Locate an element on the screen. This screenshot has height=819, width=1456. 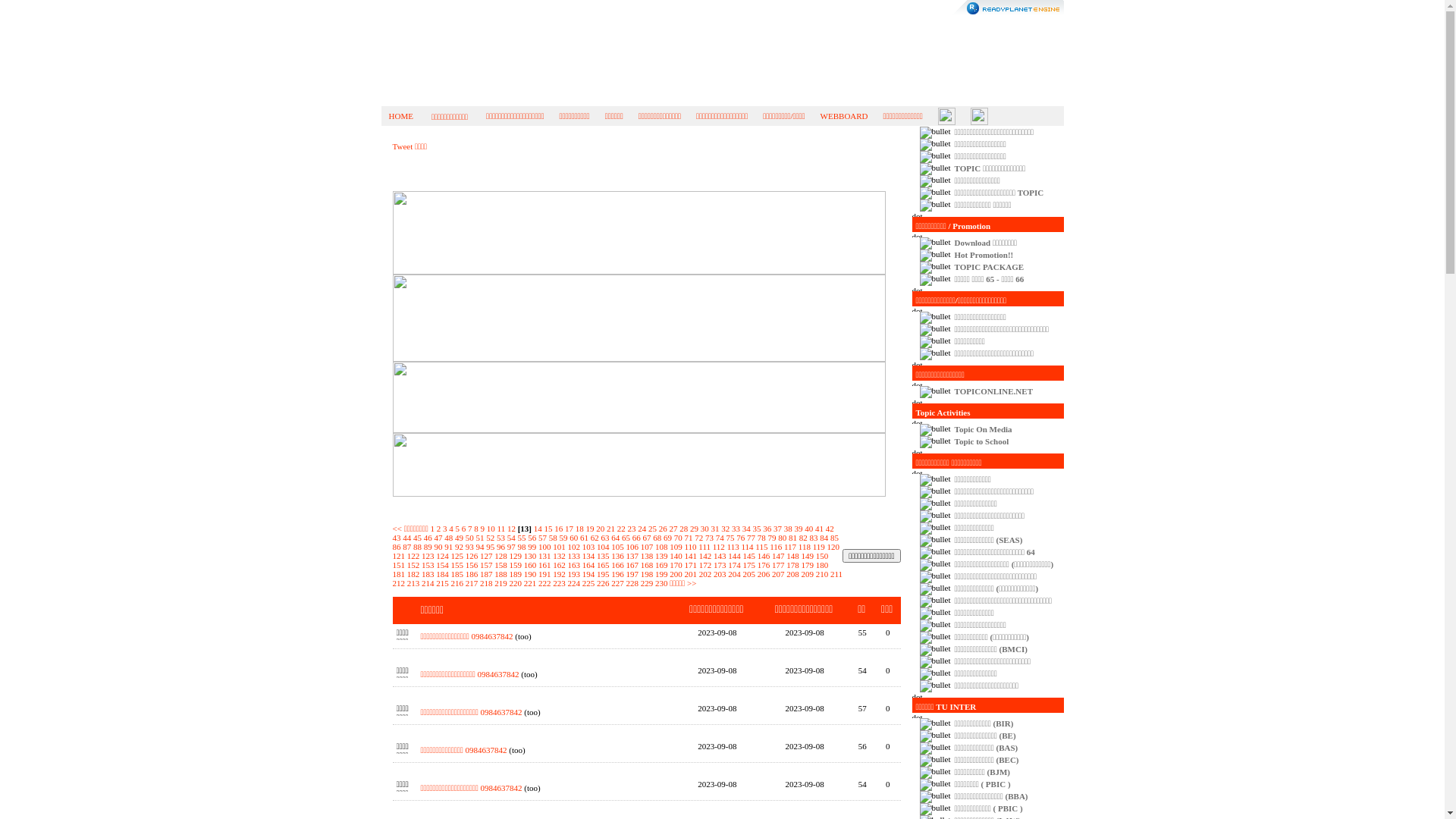
'180' is located at coordinates (821, 564).